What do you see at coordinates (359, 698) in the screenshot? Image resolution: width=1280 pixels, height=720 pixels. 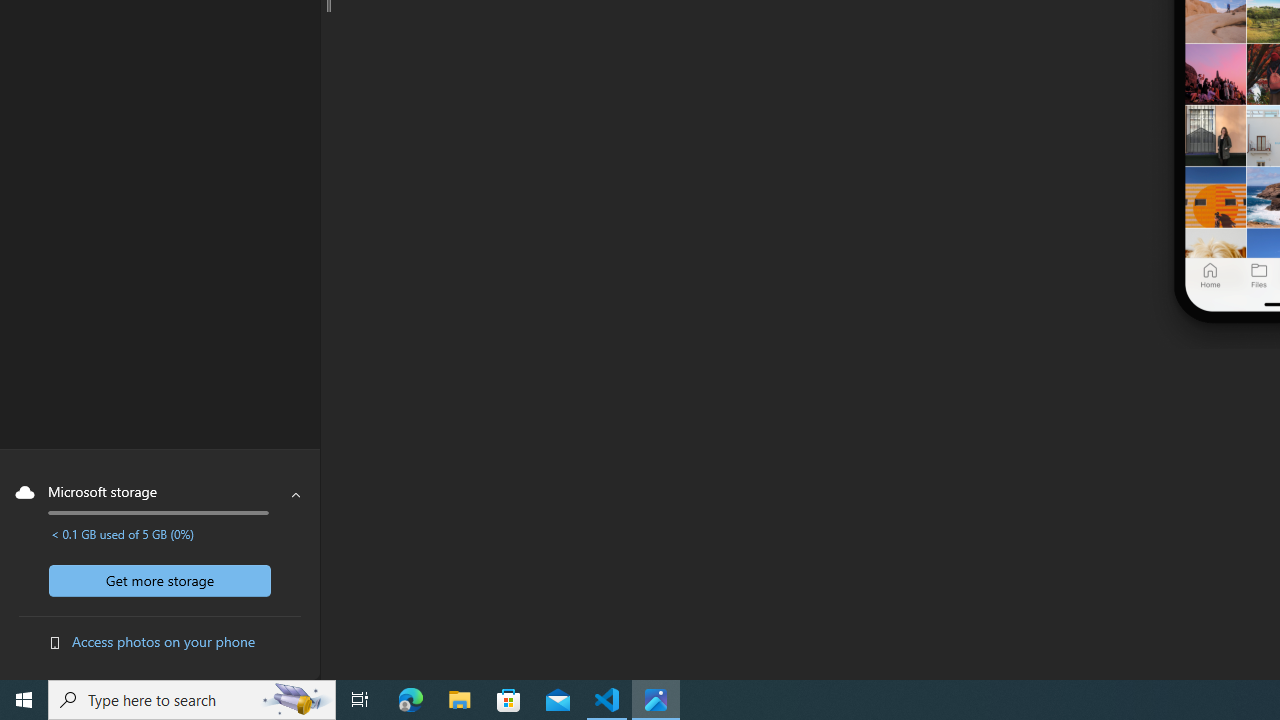 I see `'Task View'` at bounding box center [359, 698].